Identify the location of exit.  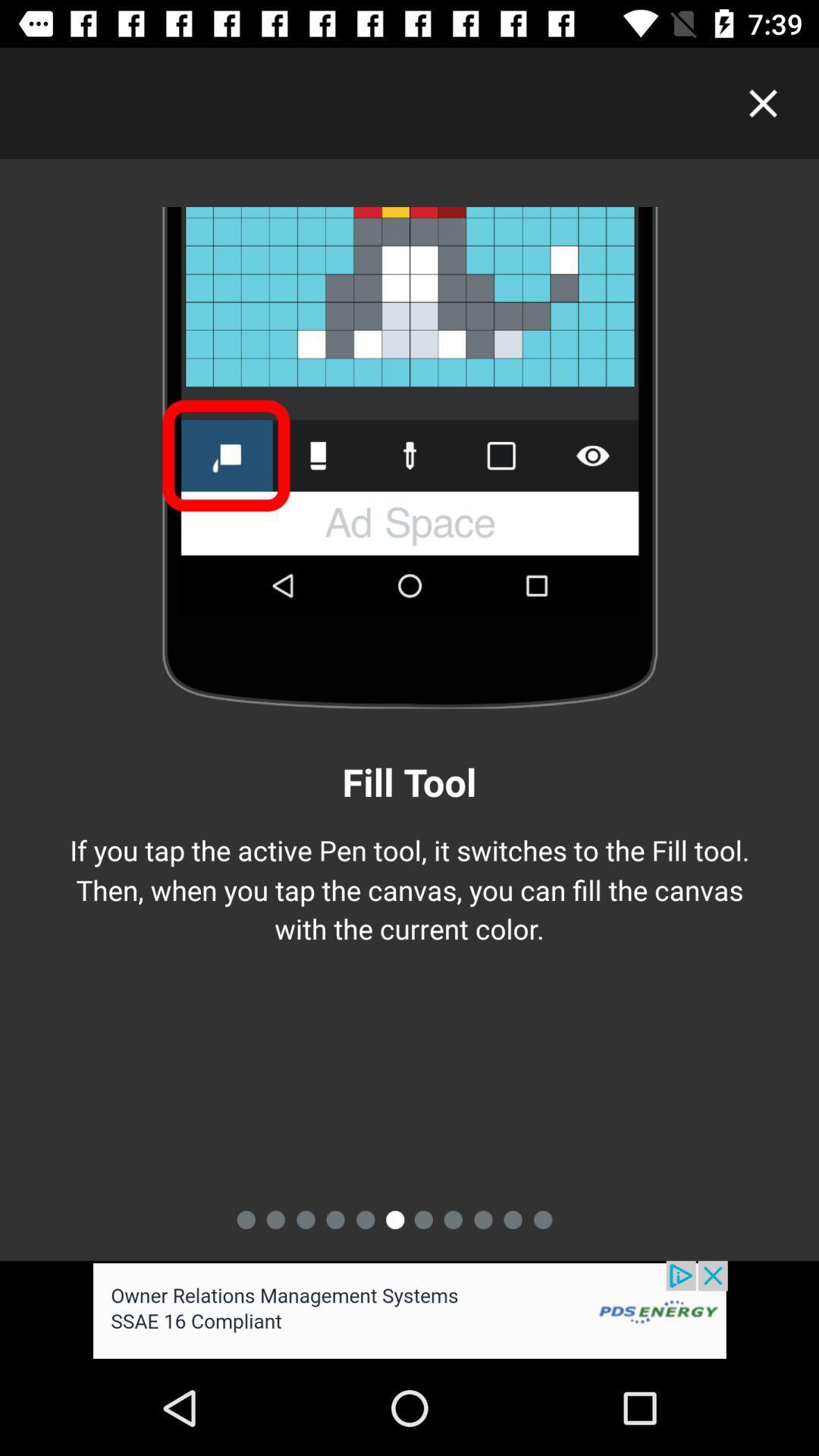
(763, 102).